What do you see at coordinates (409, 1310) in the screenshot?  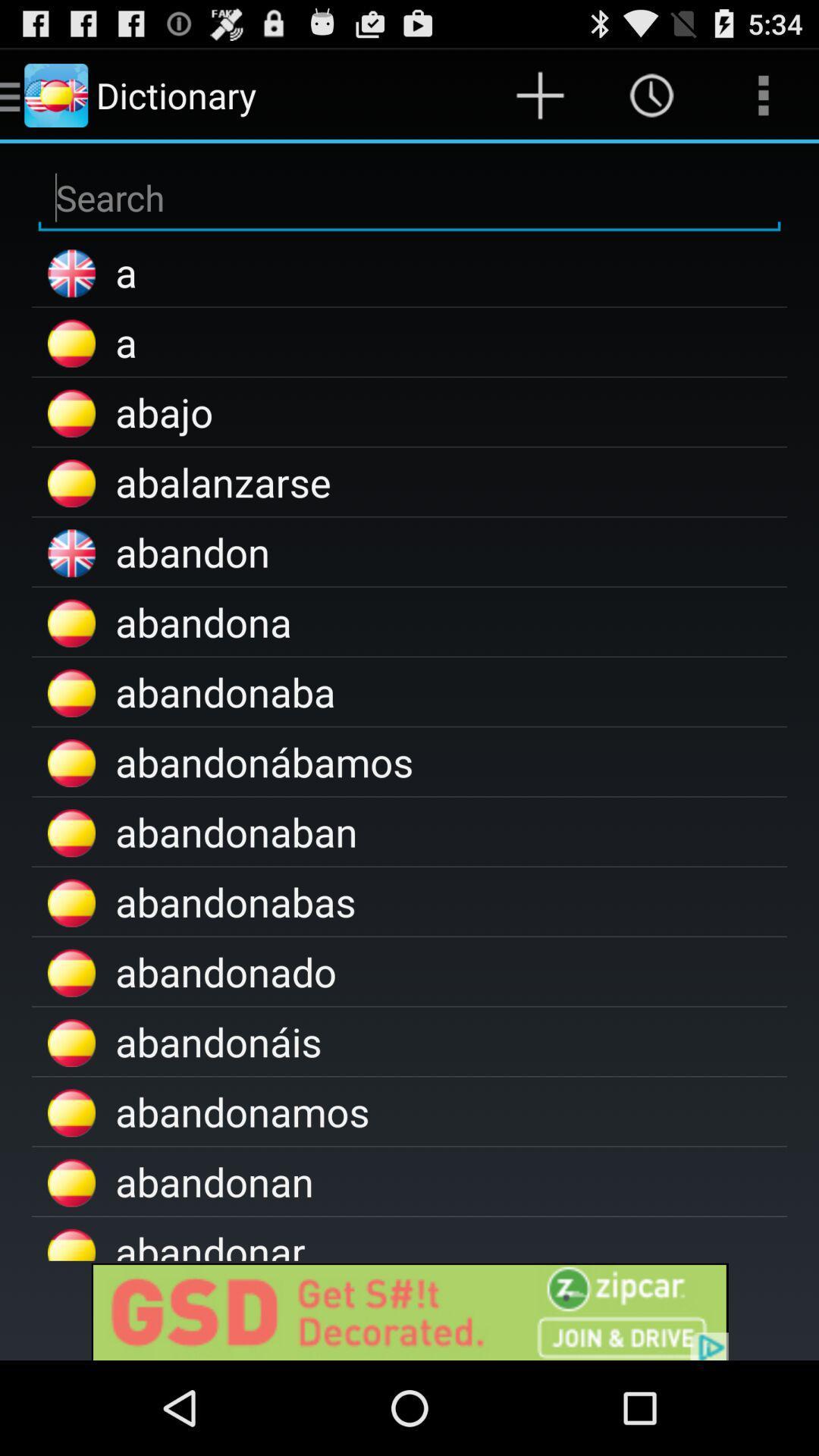 I see `open the advertisement` at bounding box center [409, 1310].